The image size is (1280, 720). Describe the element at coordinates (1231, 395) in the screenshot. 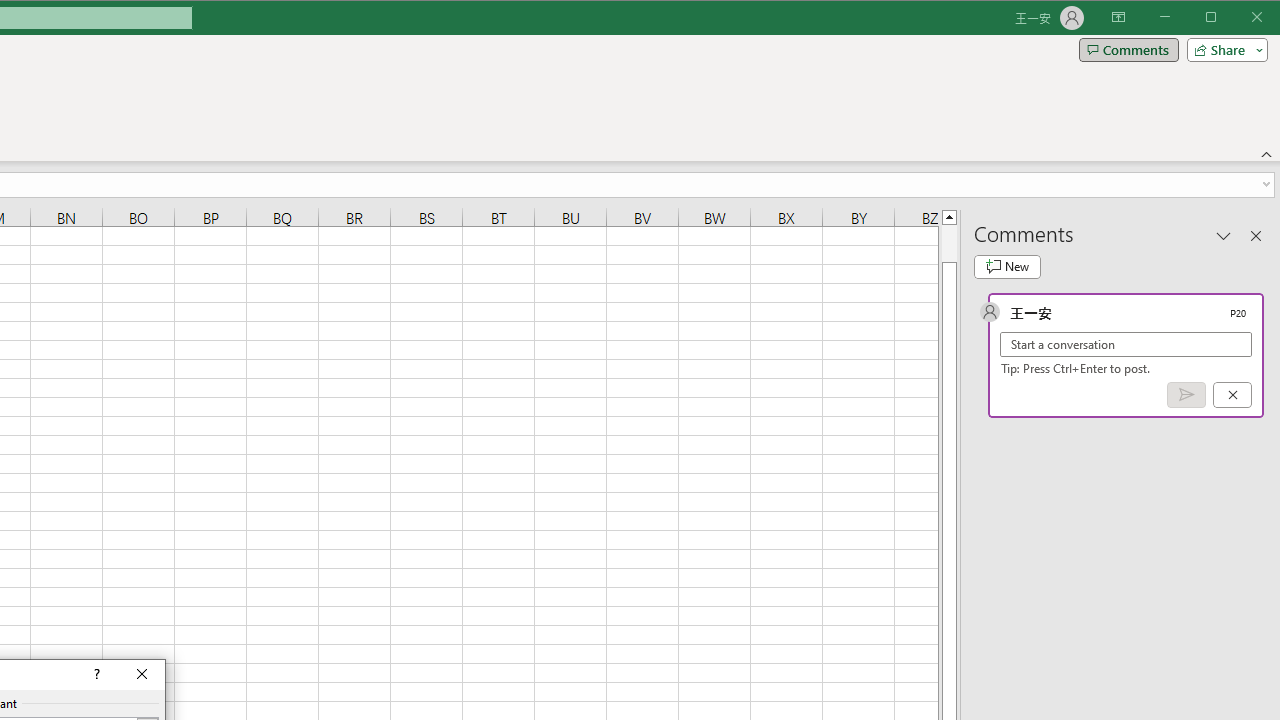

I see `'Cancel'` at that location.